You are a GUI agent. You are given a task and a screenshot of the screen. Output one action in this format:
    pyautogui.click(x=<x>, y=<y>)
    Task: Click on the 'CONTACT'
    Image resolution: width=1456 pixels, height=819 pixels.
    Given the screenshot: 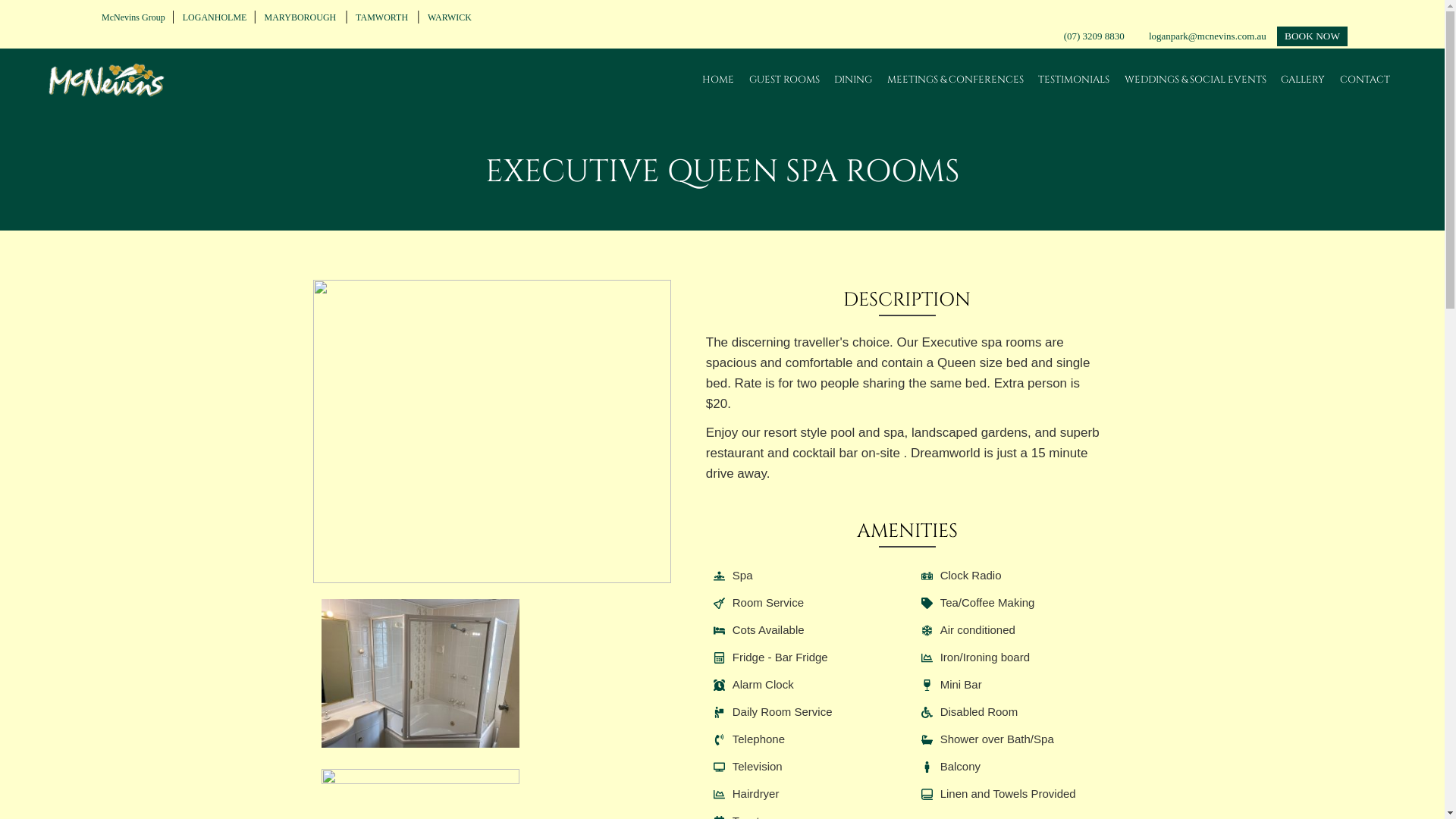 What is the action you would take?
    pyautogui.click(x=1365, y=79)
    